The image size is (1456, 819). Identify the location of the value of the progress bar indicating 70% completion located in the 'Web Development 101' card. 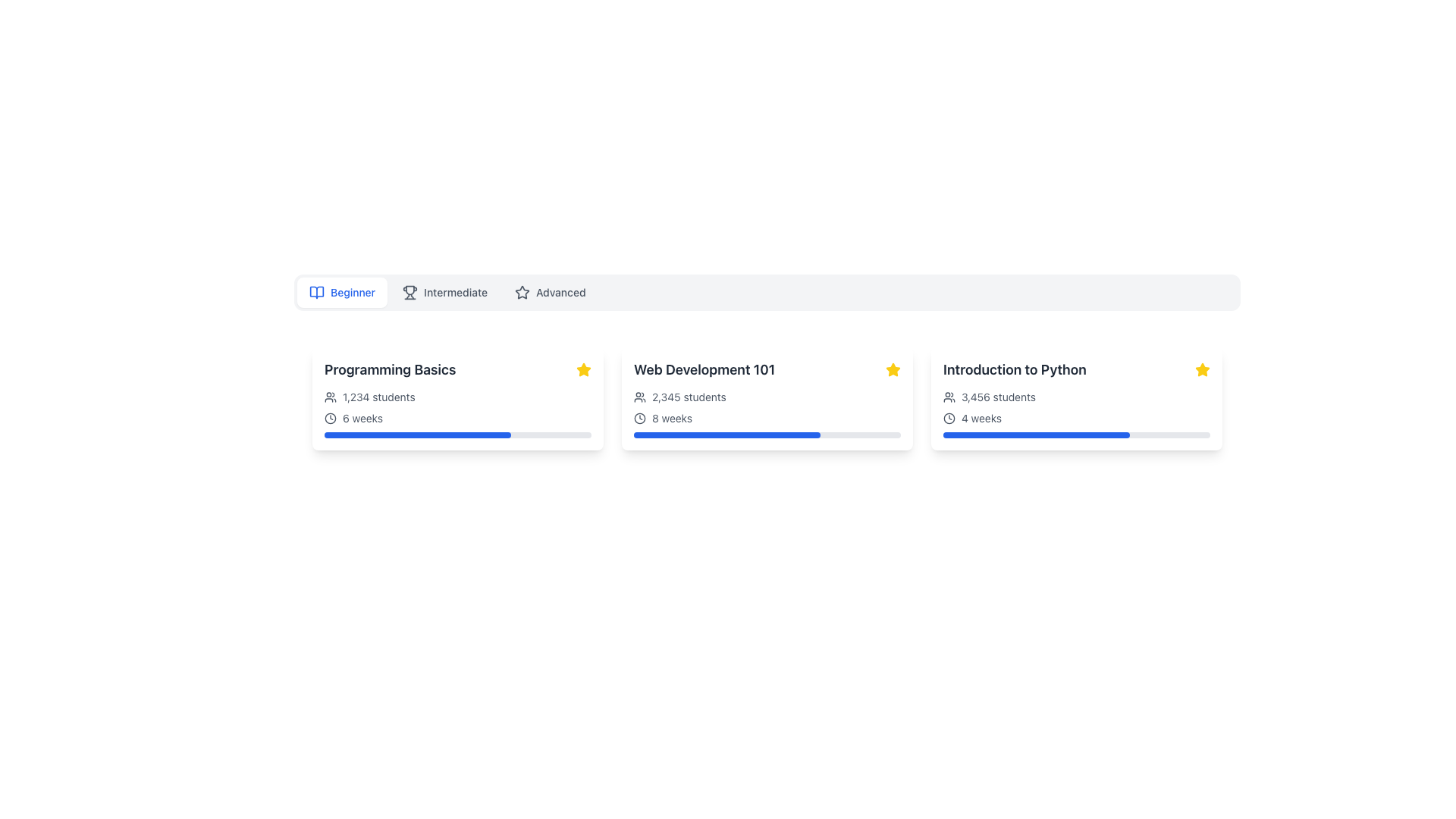
(767, 435).